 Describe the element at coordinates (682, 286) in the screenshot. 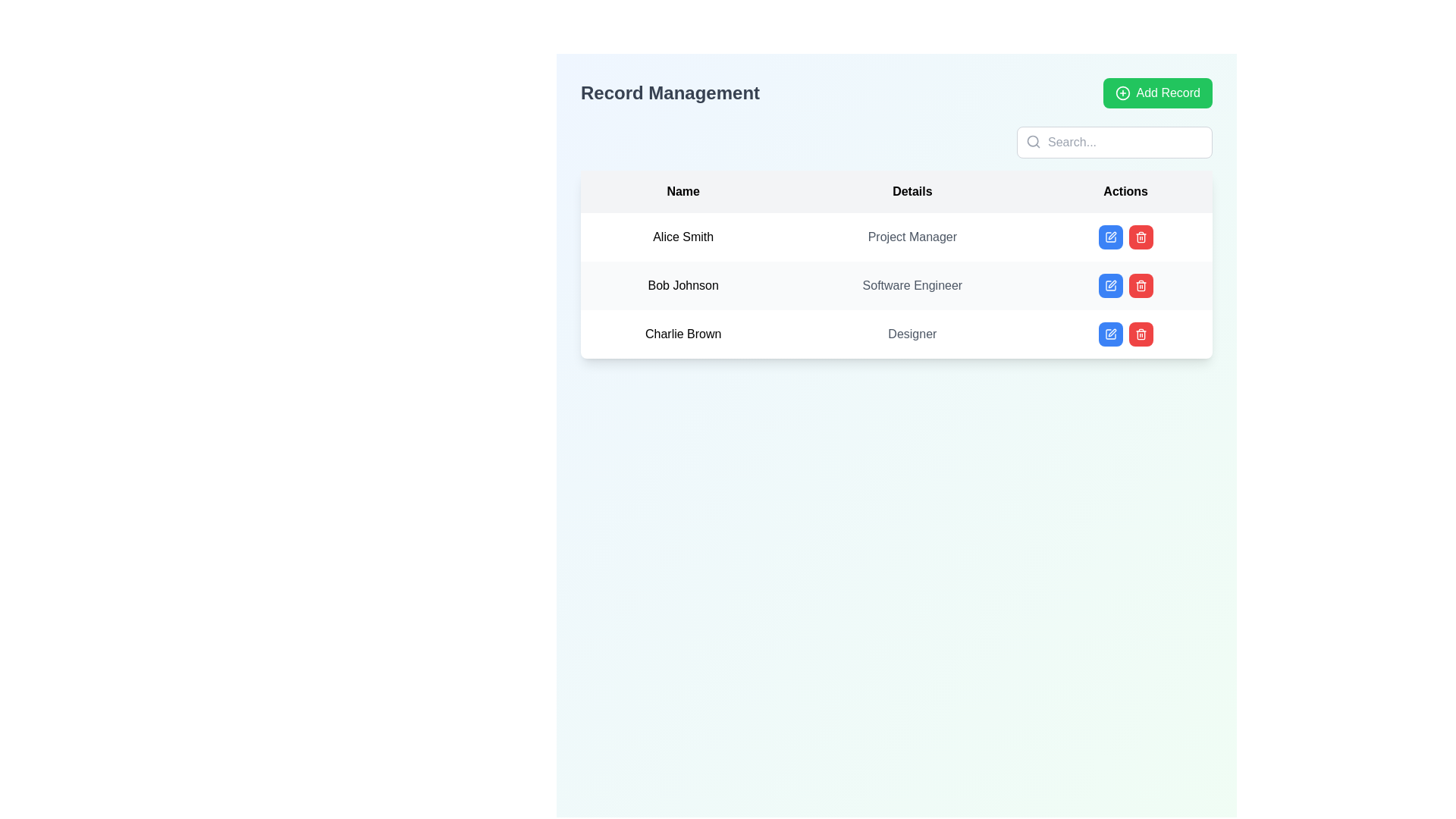

I see `the text label displaying 'Bob Johnson' in the second row of the table under the 'Name' column` at that location.